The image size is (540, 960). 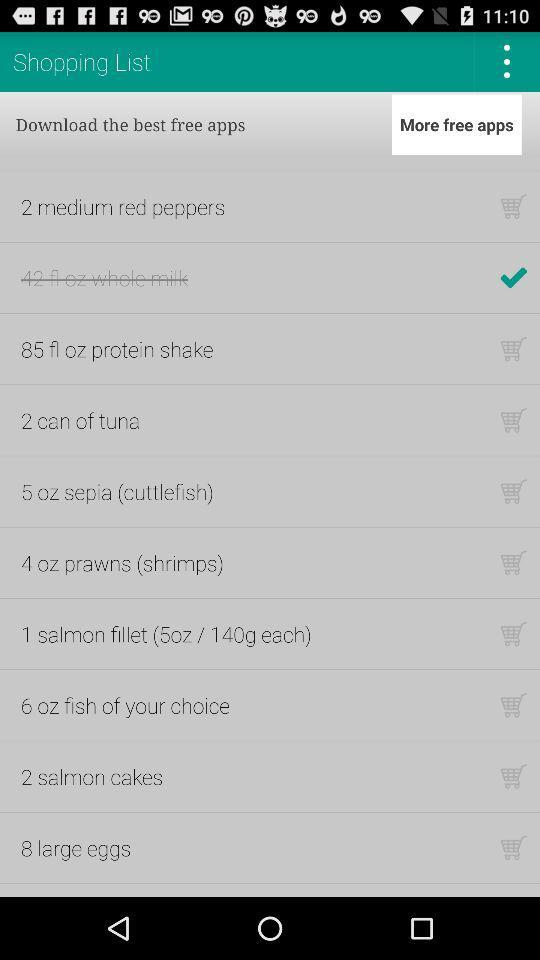 I want to click on the item above 5 oz sepia item, so click(x=79, y=419).